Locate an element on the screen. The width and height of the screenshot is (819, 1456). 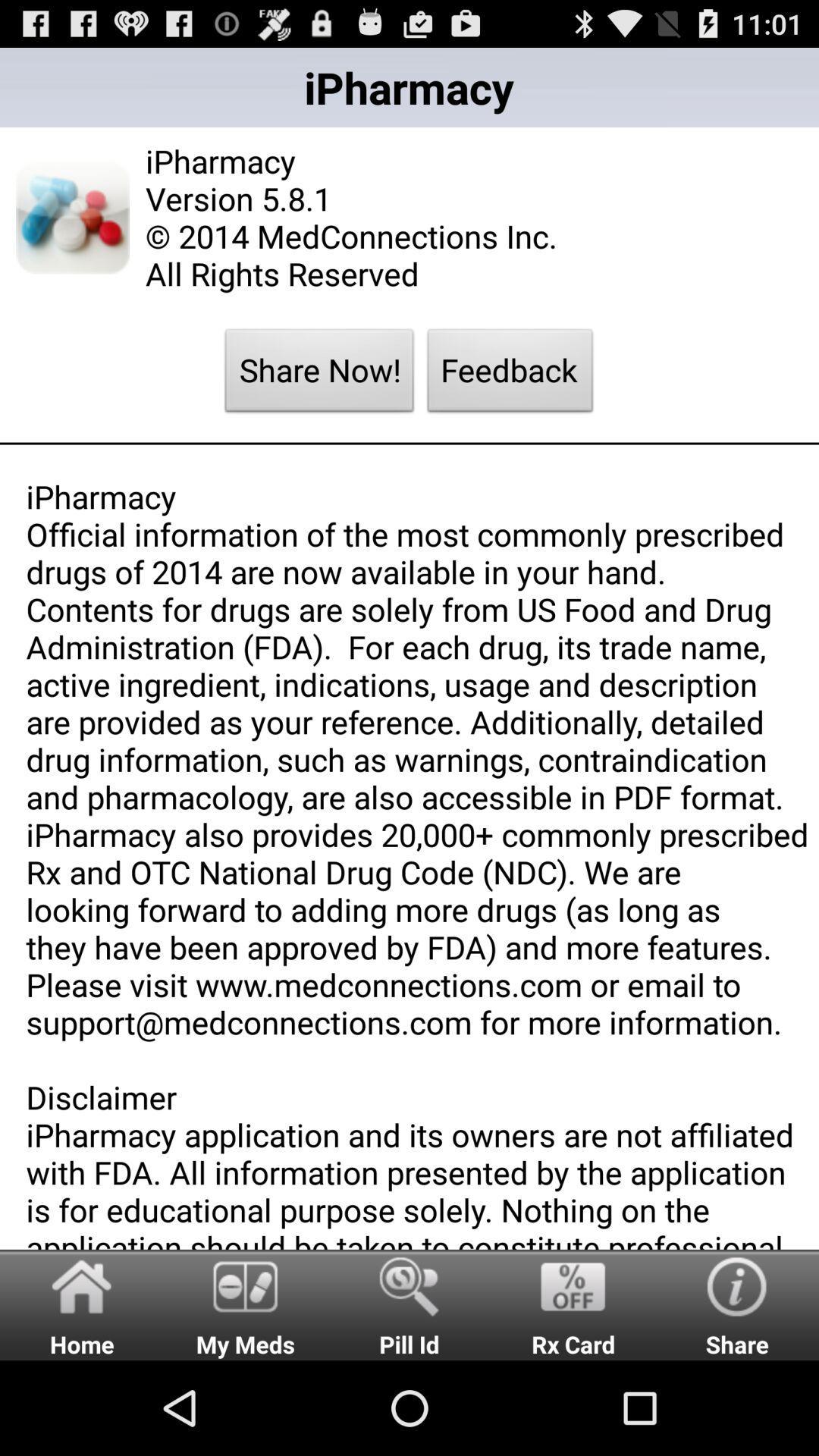
share is located at coordinates (736, 1304).